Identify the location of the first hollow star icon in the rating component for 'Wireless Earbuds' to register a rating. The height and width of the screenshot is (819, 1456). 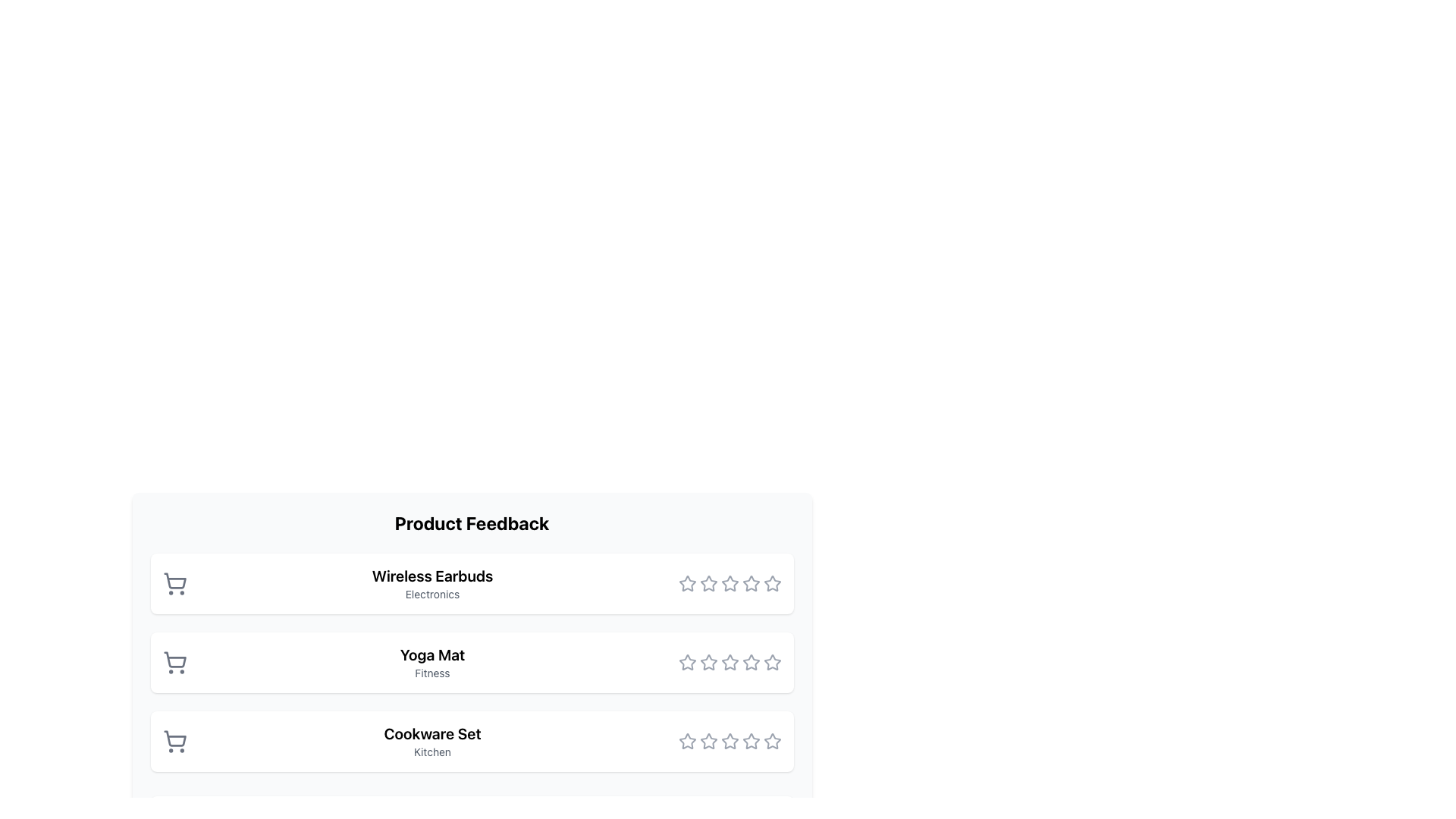
(686, 582).